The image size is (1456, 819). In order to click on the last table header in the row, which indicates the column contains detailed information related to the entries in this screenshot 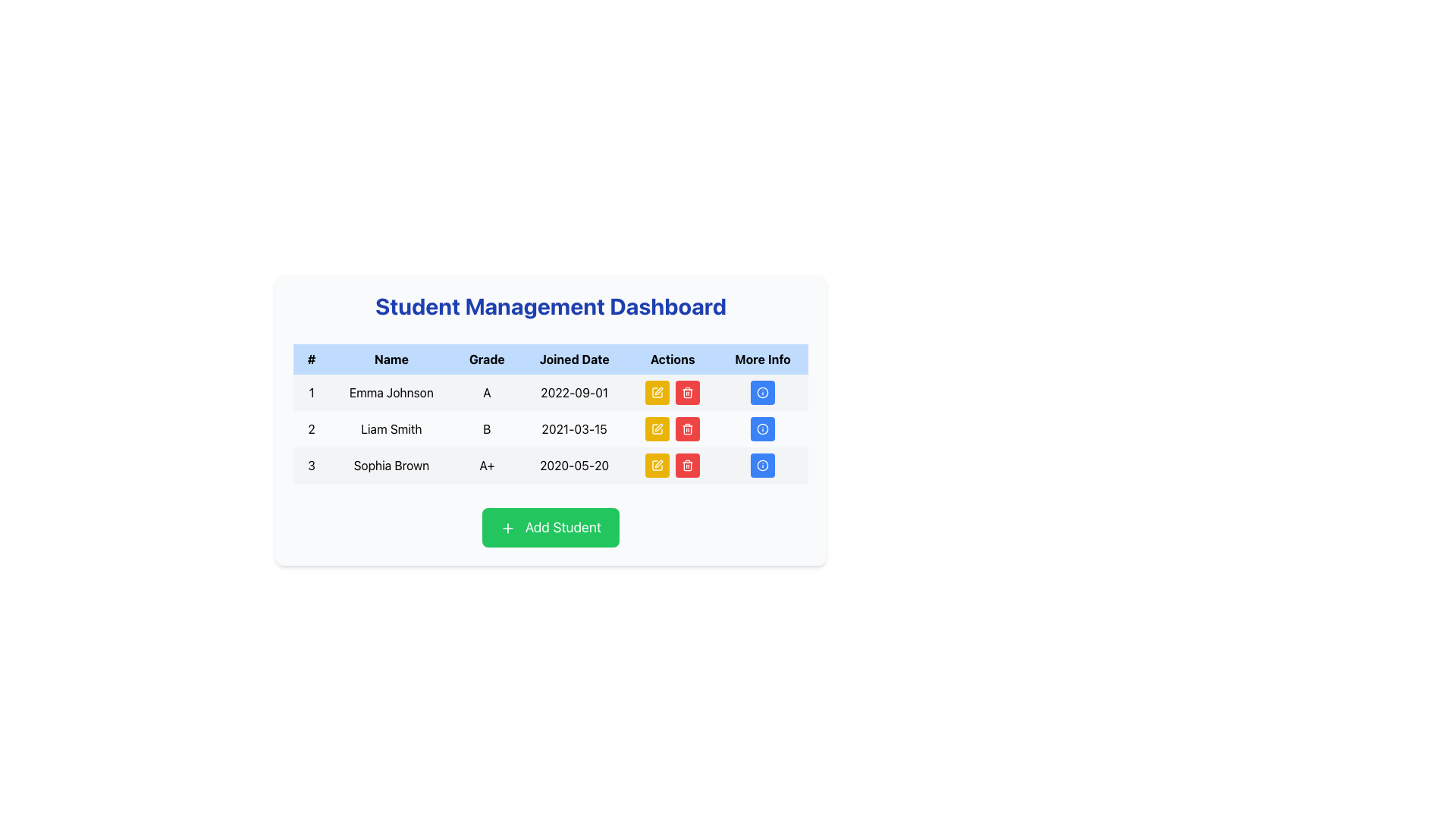, I will do `click(763, 359)`.